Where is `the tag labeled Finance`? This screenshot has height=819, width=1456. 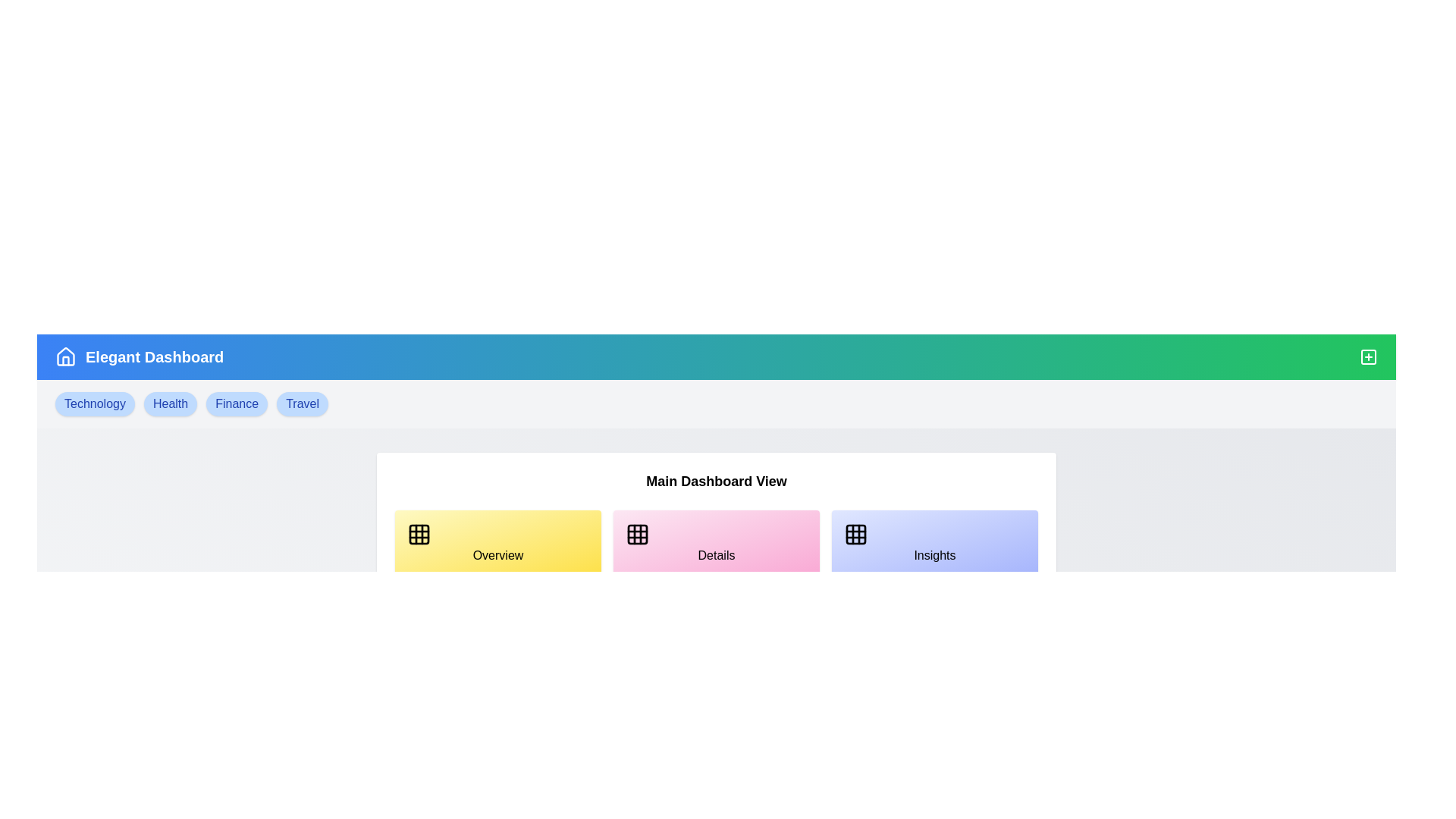 the tag labeled Finance is located at coordinates (236, 403).